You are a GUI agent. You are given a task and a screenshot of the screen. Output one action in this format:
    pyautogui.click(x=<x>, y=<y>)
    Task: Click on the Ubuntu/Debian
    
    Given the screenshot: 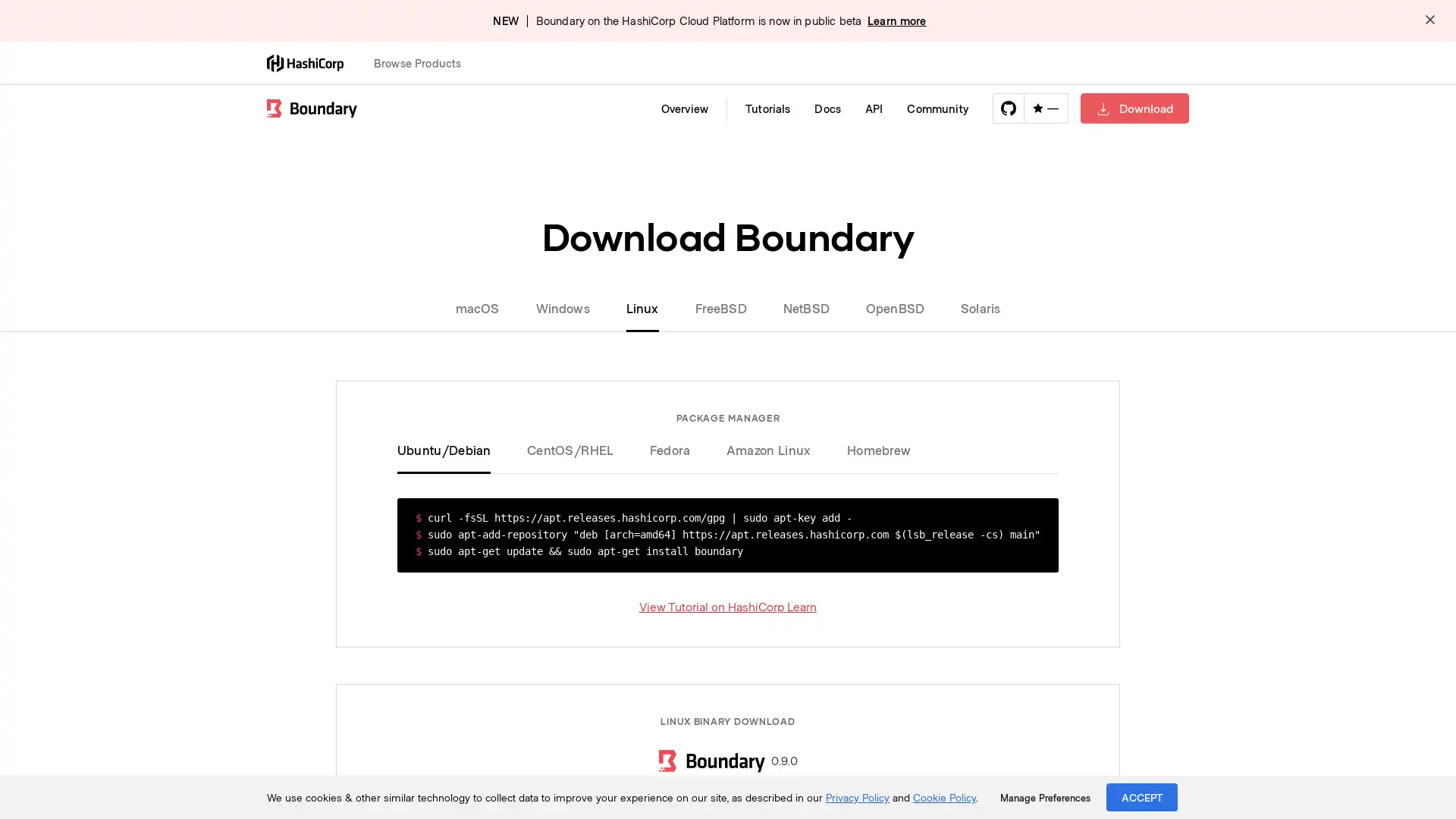 What is the action you would take?
    pyautogui.click(x=452, y=449)
    